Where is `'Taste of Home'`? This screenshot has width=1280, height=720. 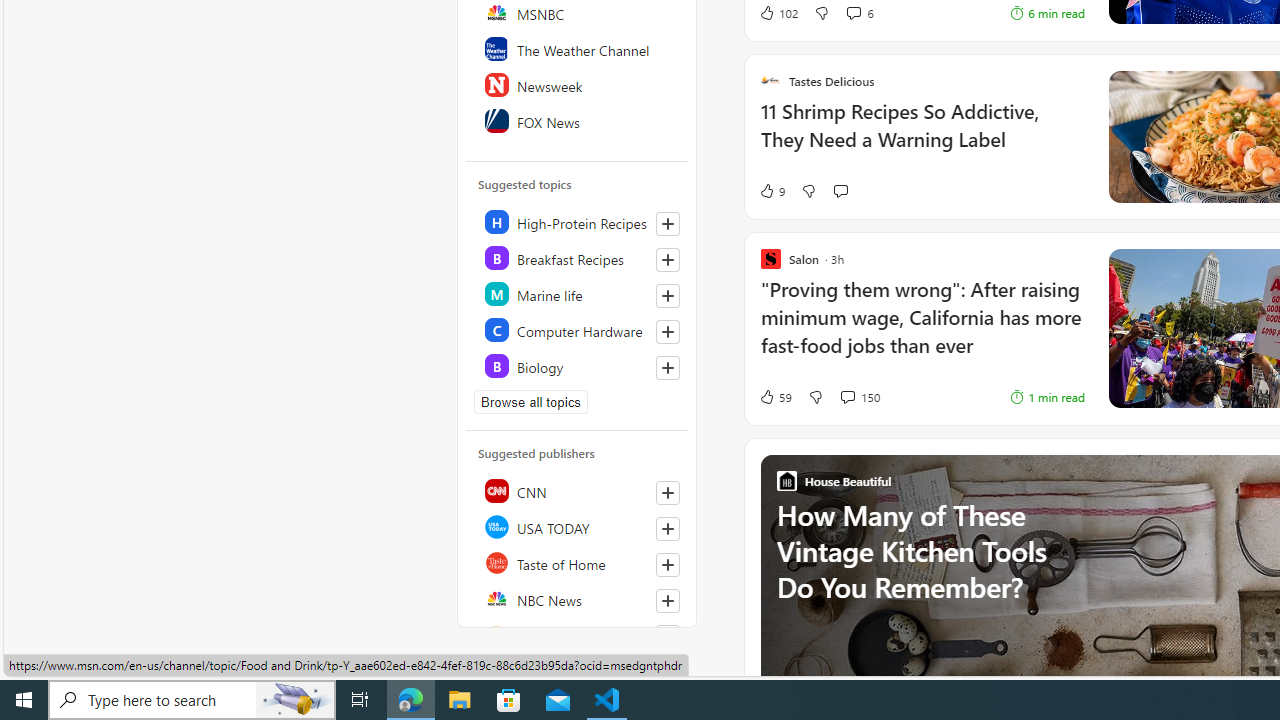 'Taste of Home' is located at coordinates (577, 563).